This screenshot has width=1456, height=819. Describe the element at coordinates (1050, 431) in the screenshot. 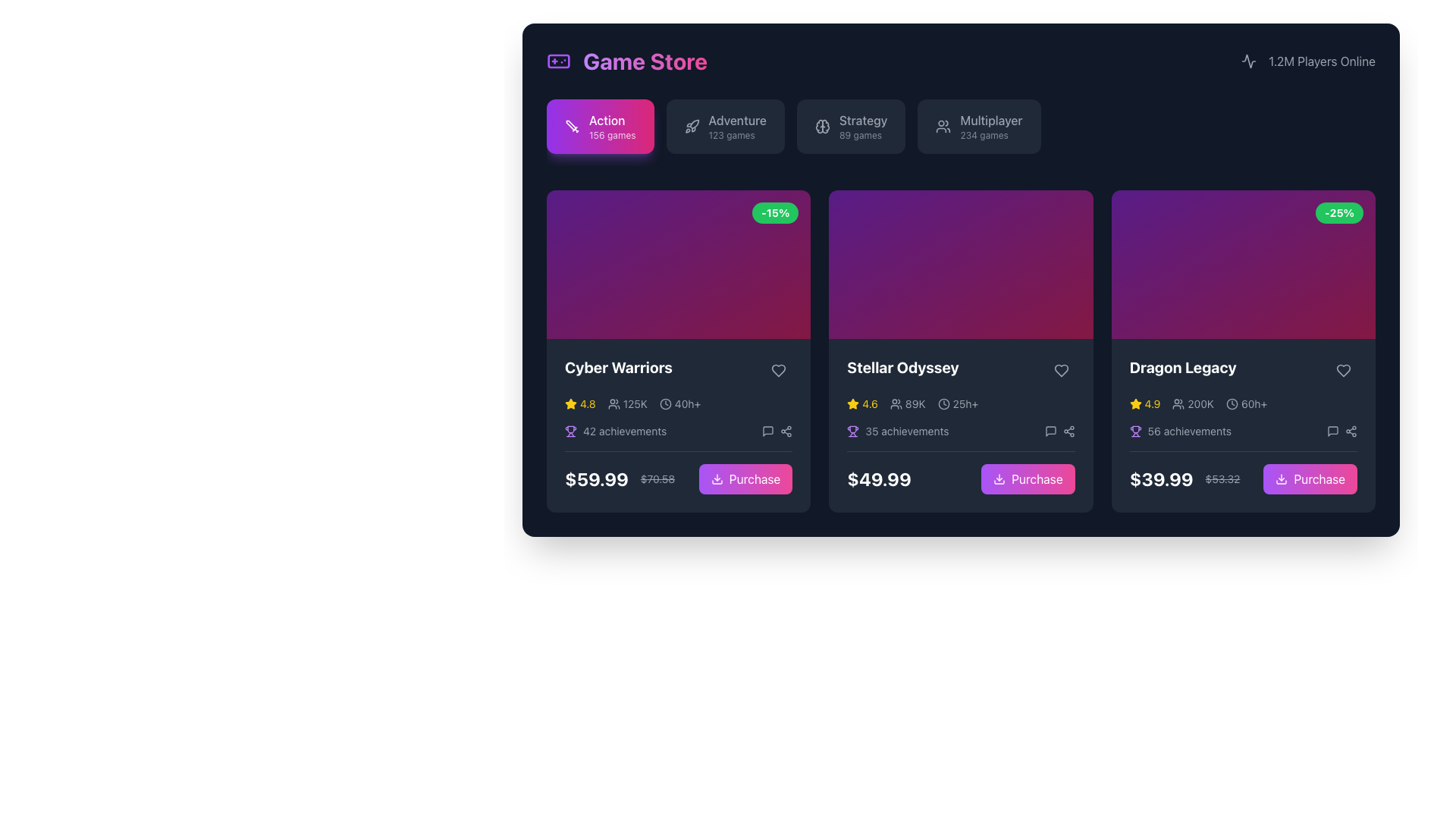

I see `the speech bubble icon located in the action section of the Stellar Odyssey card, which is the first icon in a sequence and positioned between the achievements symbol and the share icon` at that location.